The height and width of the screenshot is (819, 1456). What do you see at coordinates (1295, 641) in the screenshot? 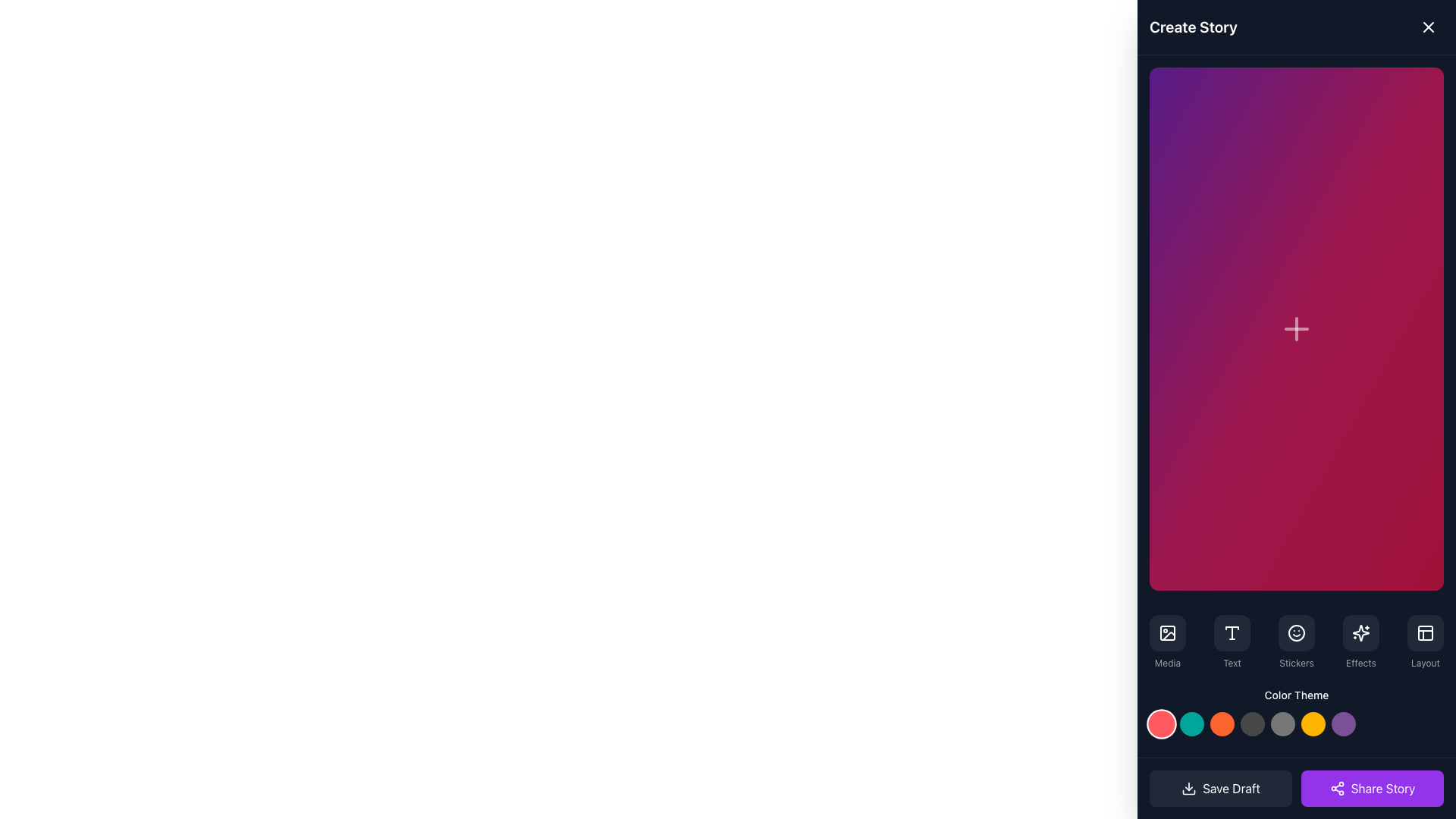
I see `the circular 'Stickers' button featuring a smiling face icon on a dark gray background` at bounding box center [1295, 641].